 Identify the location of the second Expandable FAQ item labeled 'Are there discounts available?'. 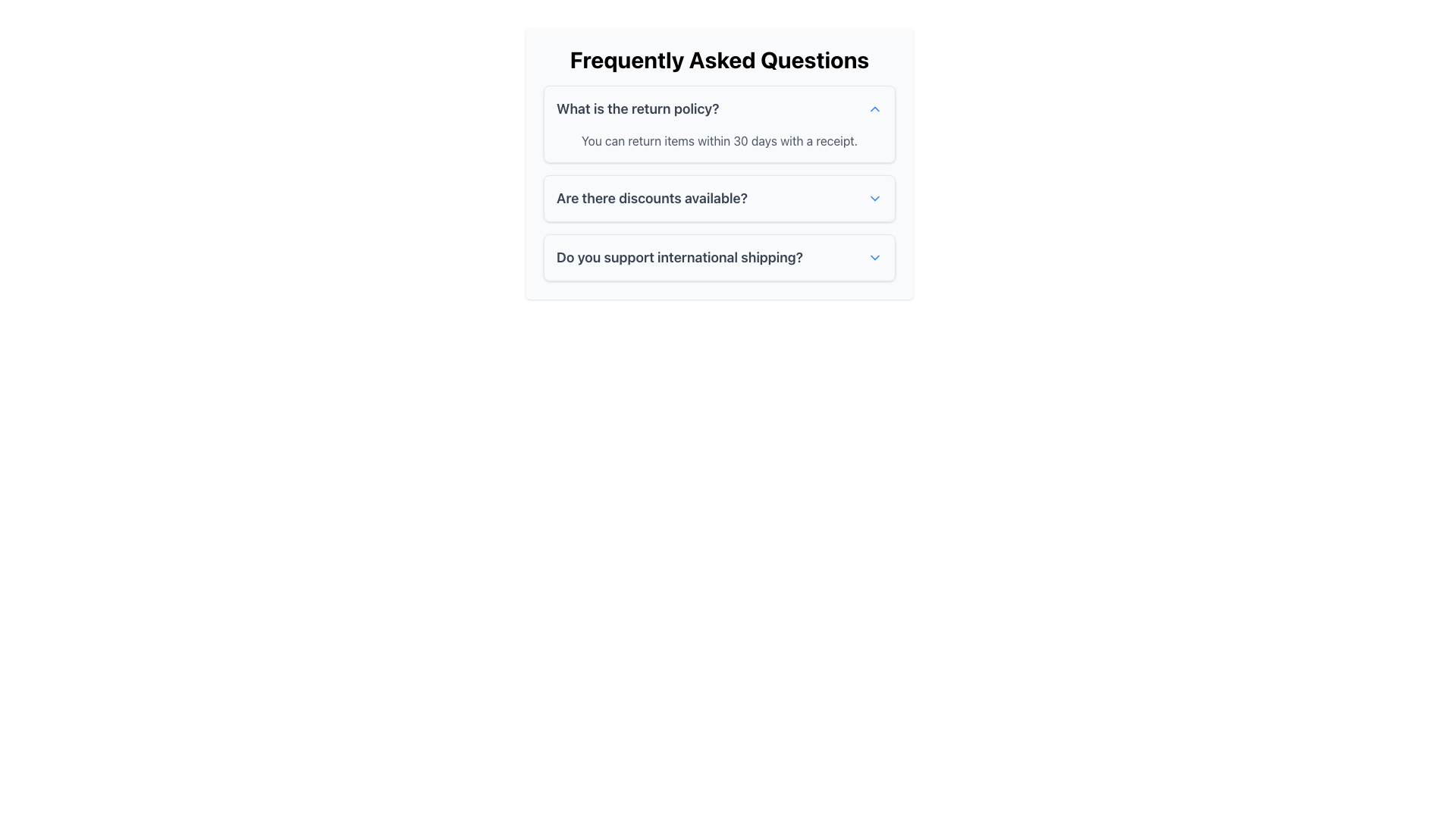
(719, 198).